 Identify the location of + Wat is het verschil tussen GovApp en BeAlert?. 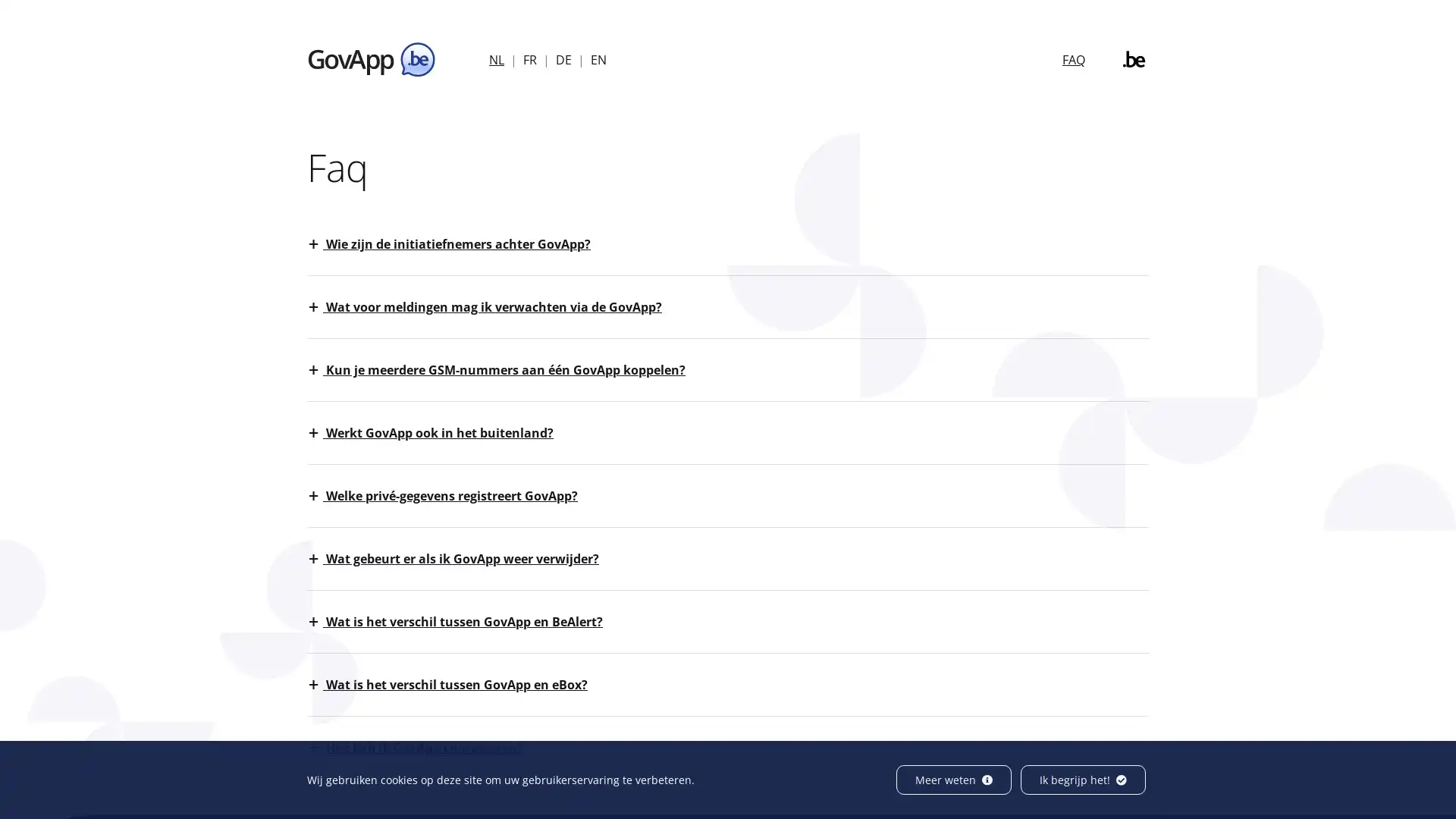
(463, 622).